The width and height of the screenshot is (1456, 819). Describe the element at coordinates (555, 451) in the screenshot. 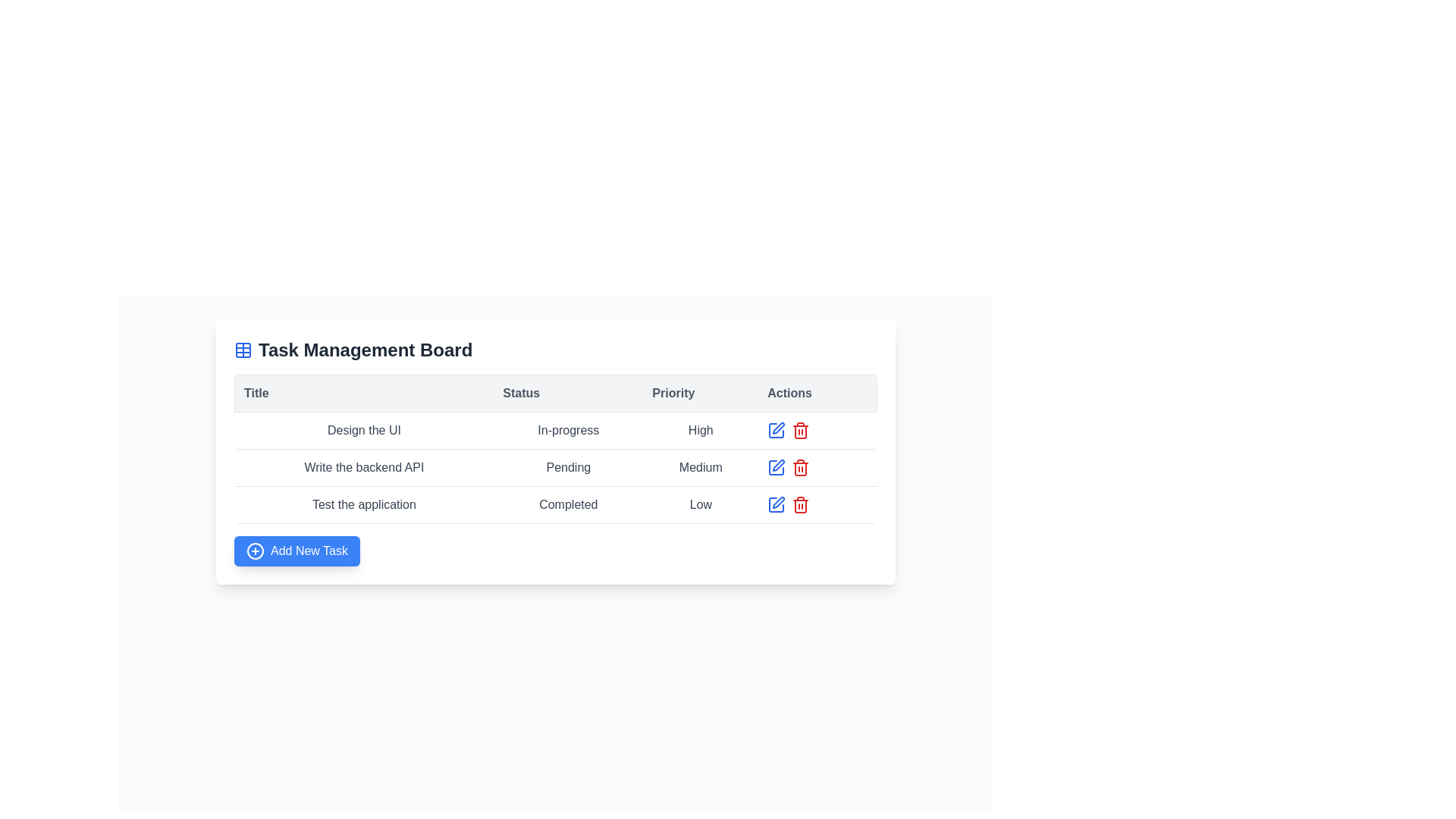

I see `the highlighted data row in the task management board containing the title 'Write the backend API', which is the second row in the table layout` at that location.